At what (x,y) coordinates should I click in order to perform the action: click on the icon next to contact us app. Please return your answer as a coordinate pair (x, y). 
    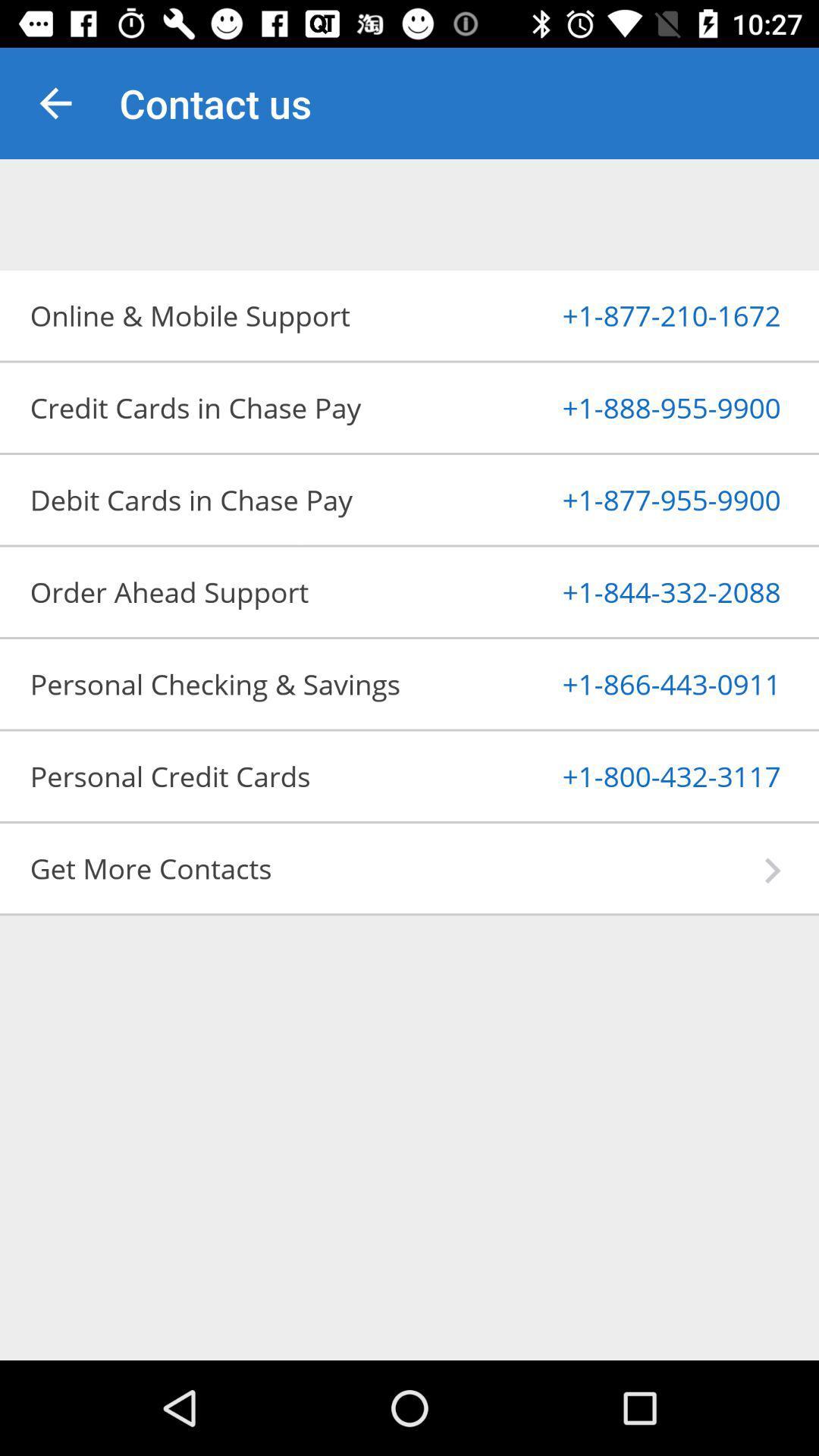
    Looking at the image, I should click on (55, 102).